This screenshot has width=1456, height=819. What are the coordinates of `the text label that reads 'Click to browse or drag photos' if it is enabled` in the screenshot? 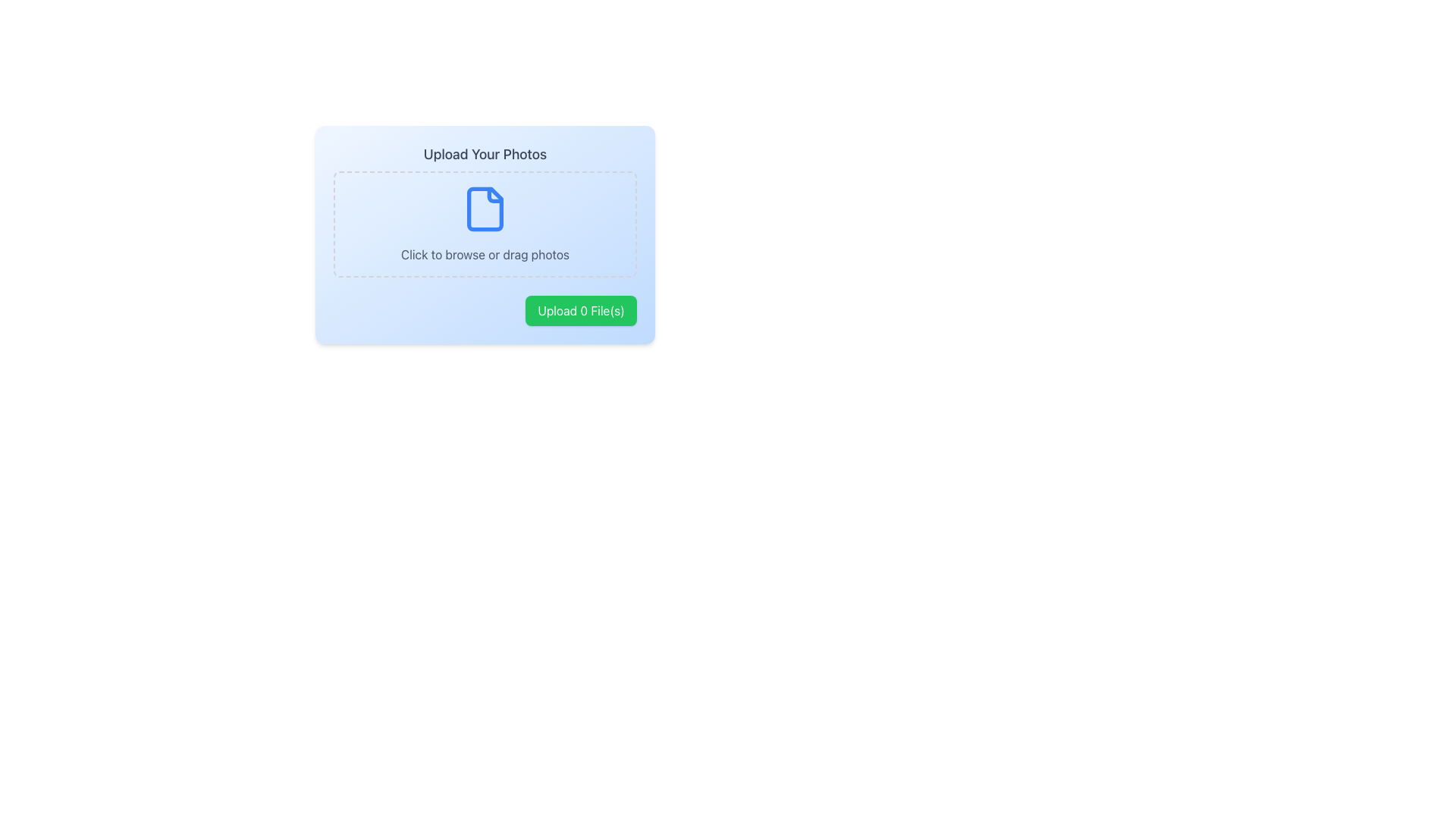 It's located at (484, 253).